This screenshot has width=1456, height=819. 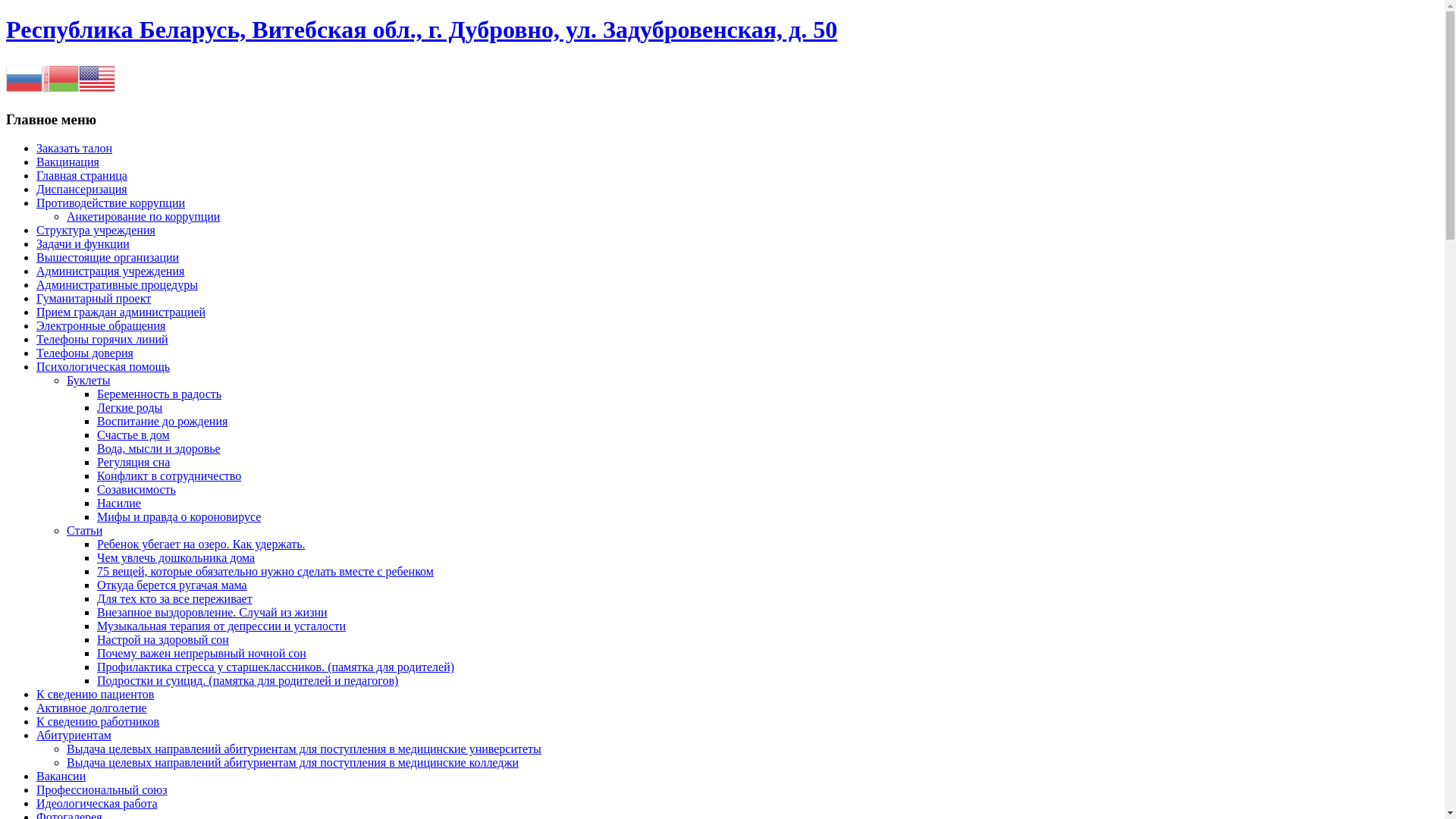 I want to click on 'Russian', so click(x=24, y=77).